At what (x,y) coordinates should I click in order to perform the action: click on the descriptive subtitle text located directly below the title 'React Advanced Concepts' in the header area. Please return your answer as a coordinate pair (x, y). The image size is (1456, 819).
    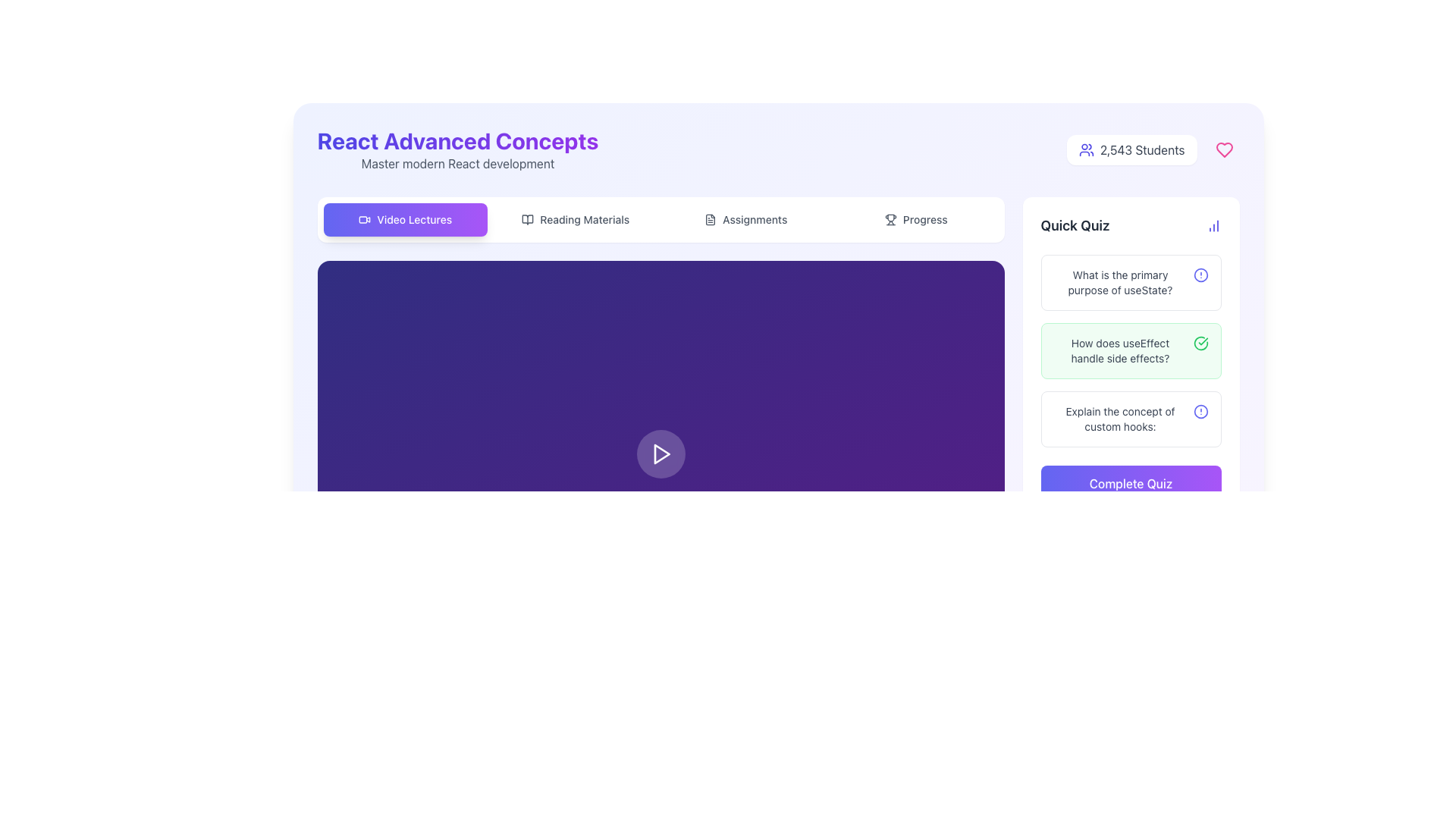
    Looking at the image, I should click on (457, 164).